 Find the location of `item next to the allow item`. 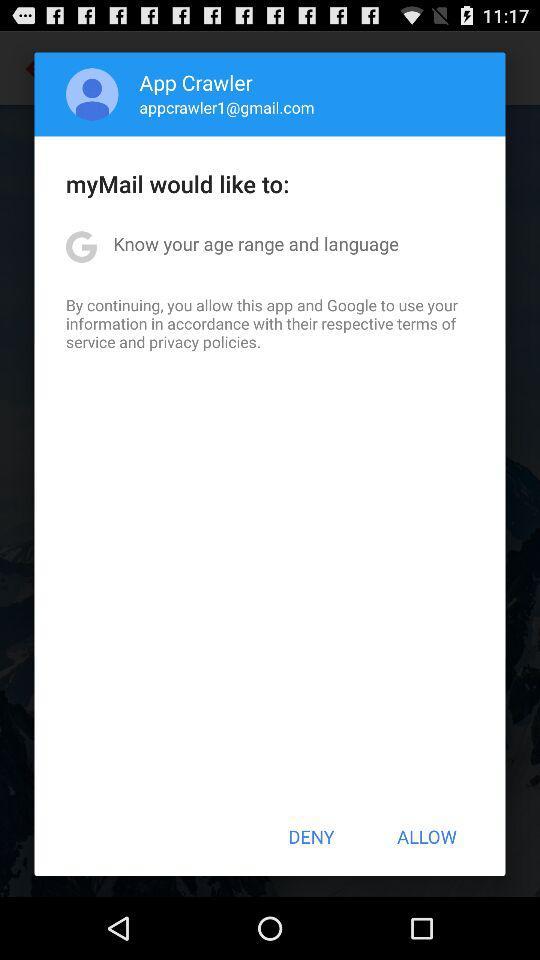

item next to the allow item is located at coordinates (311, 836).